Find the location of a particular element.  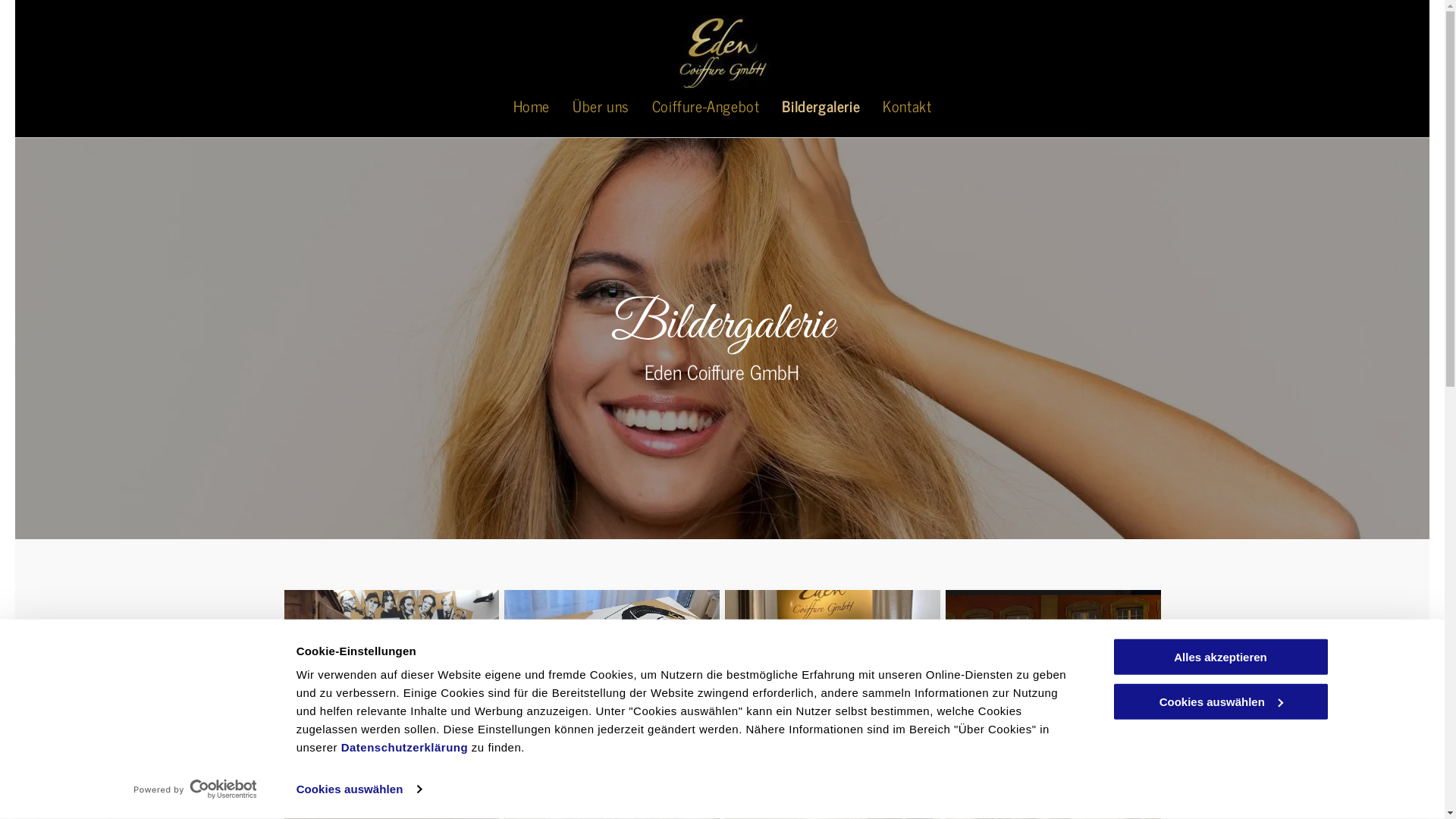

'Kontakt' is located at coordinates (906, 105).